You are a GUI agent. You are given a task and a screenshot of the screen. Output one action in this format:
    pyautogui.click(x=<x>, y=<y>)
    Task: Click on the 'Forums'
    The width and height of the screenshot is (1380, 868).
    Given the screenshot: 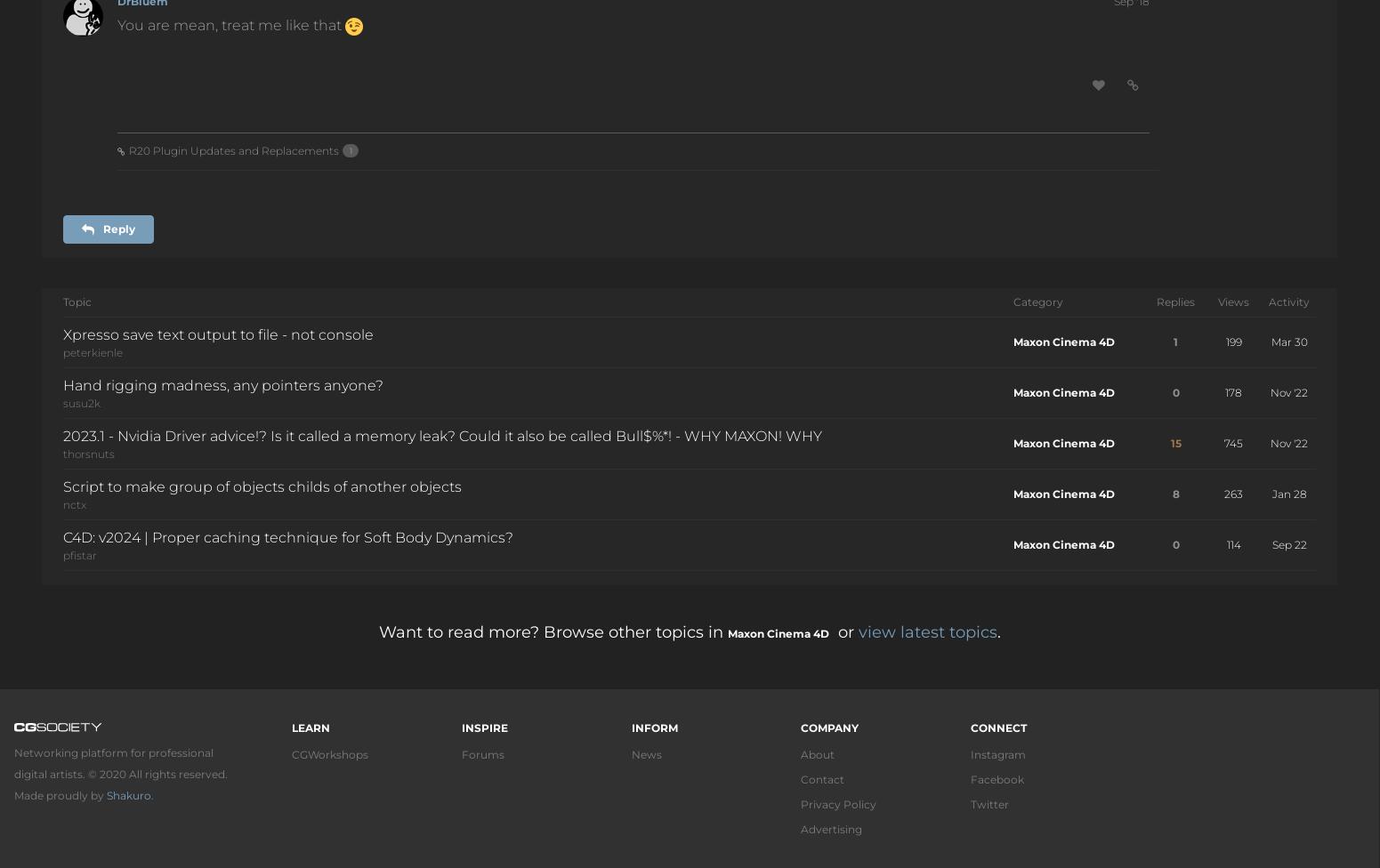 What is the action you would take?
    pyautogui.click(x=482, y=754)
    